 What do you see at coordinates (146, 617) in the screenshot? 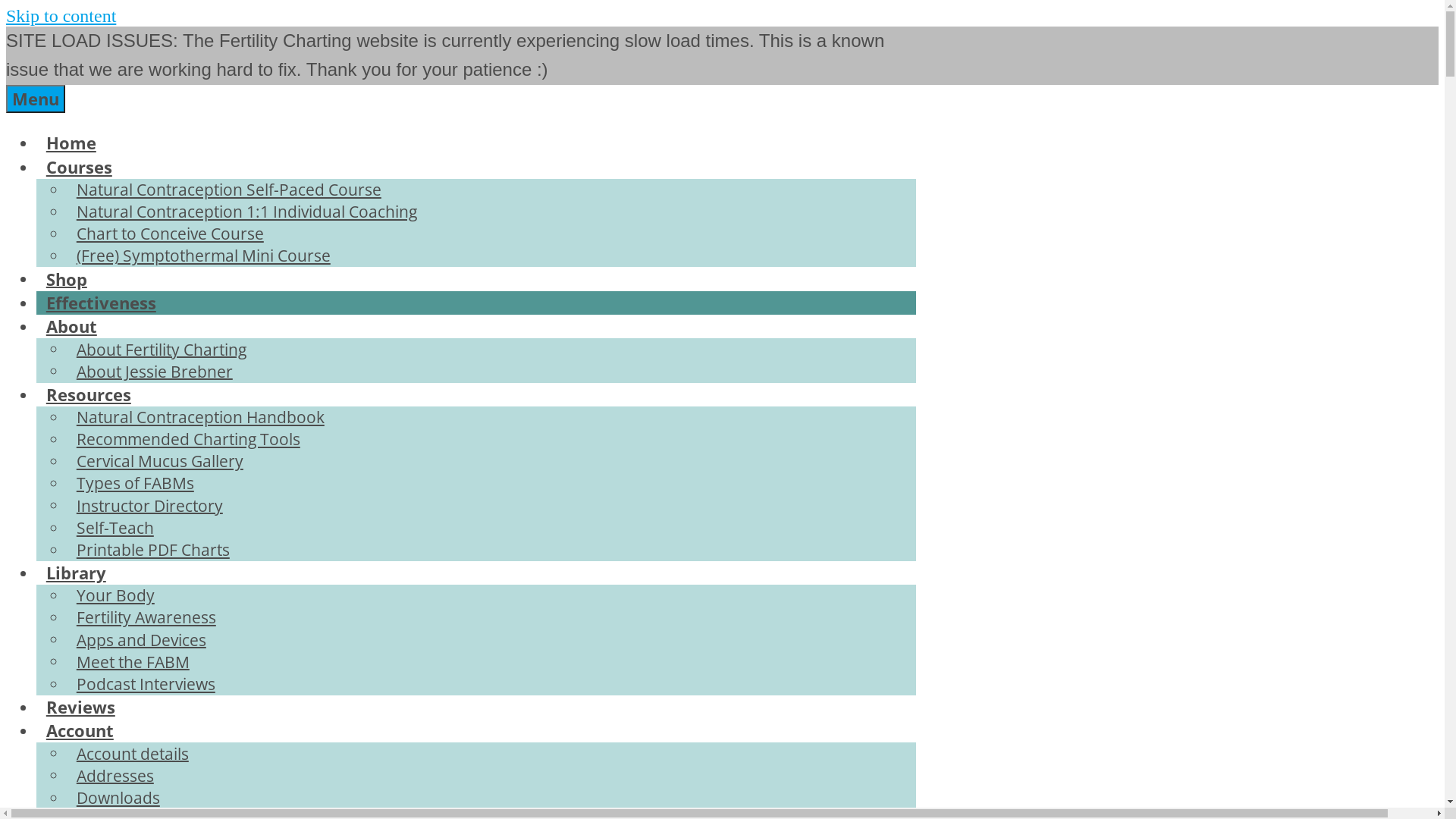
I see `'Fertility Awareness'` at bounding box center [146, 617].